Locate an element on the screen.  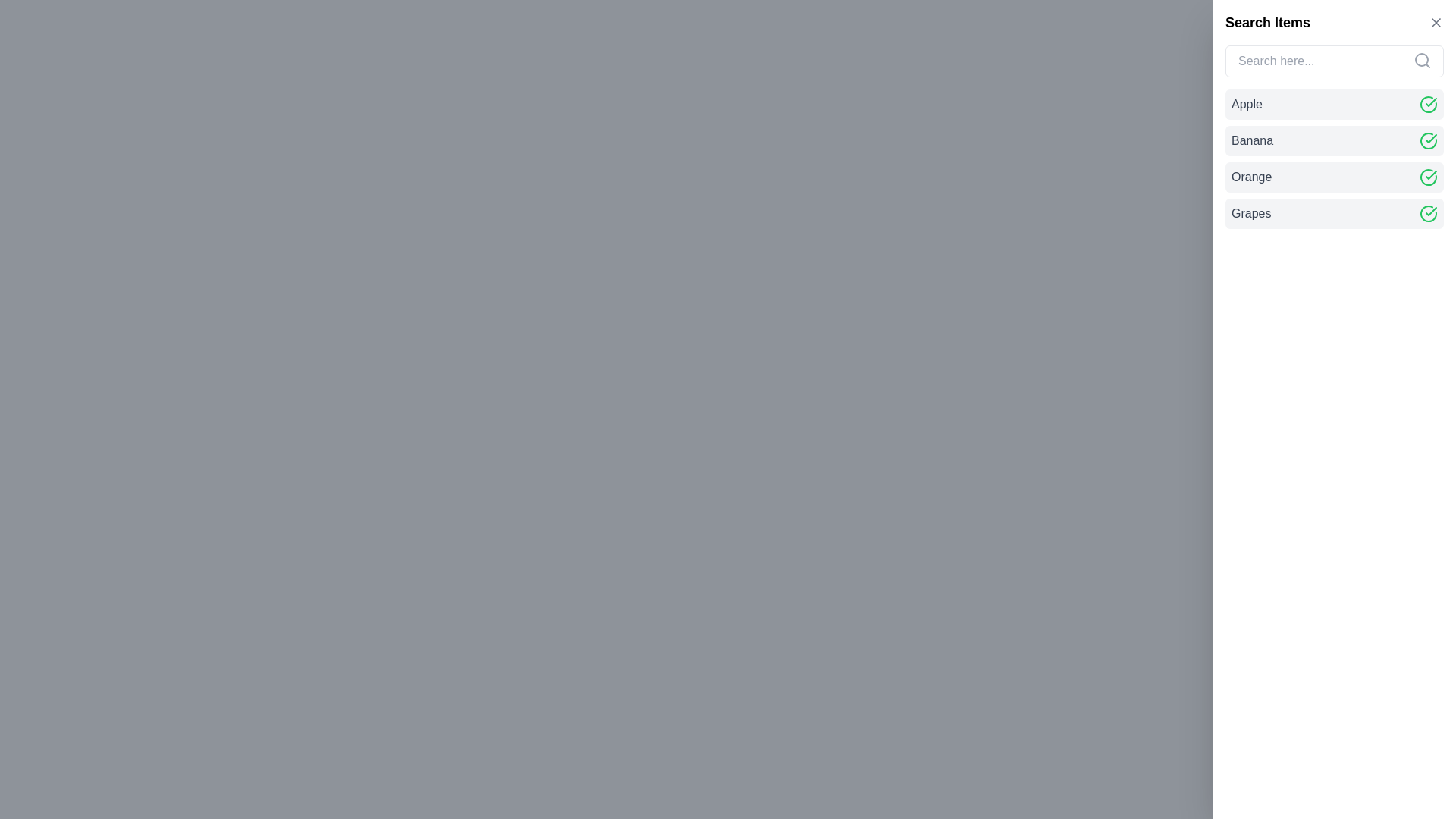
the circular icon with a green outline and a check mark inside, located at the top-right corner of the list item labeled 'Apple' is located at coordinates (1427, 104).